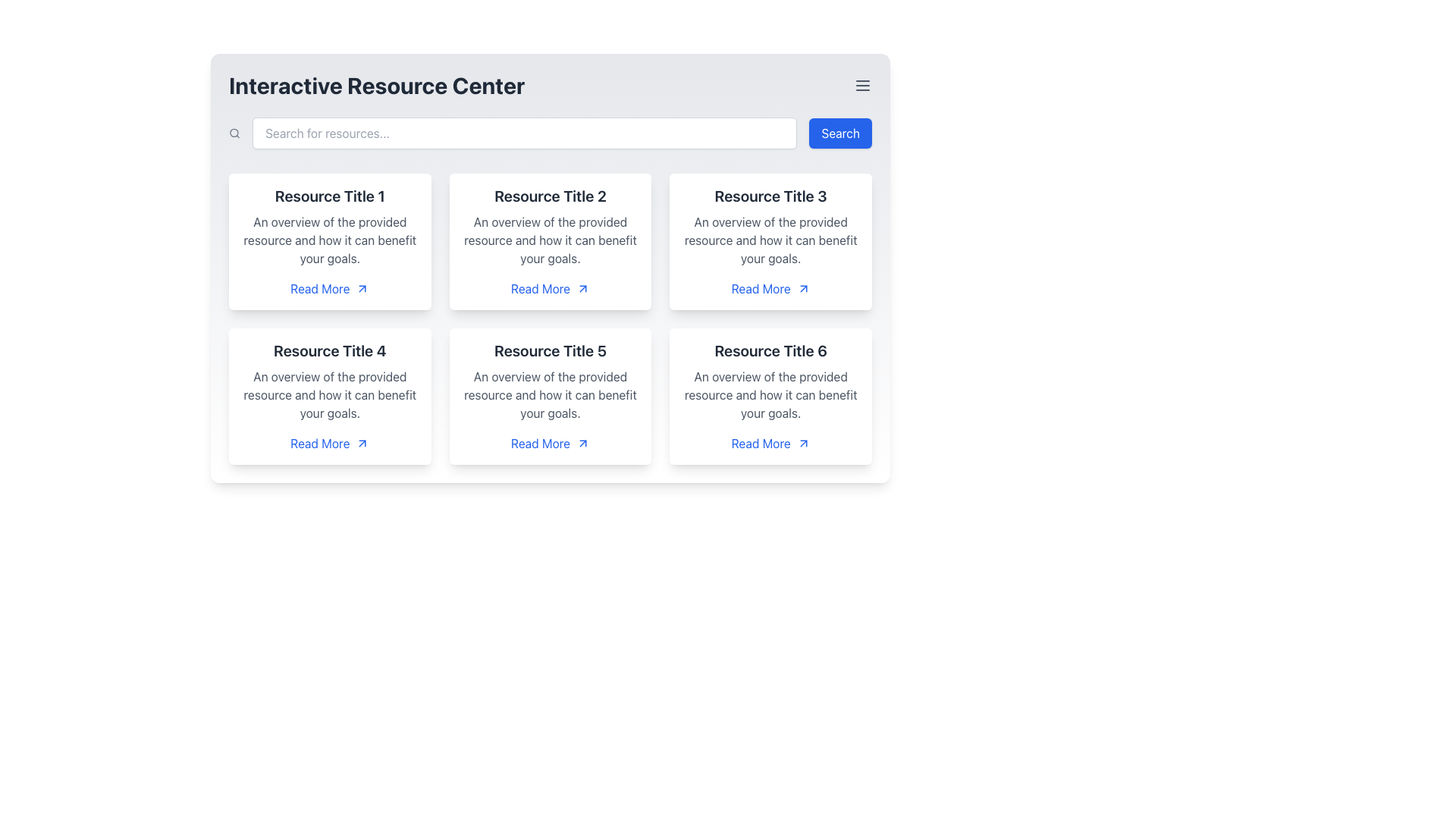  I want to click on the link located in the bottom section of the card titled 'Resource Title 4', so click(329, 444).